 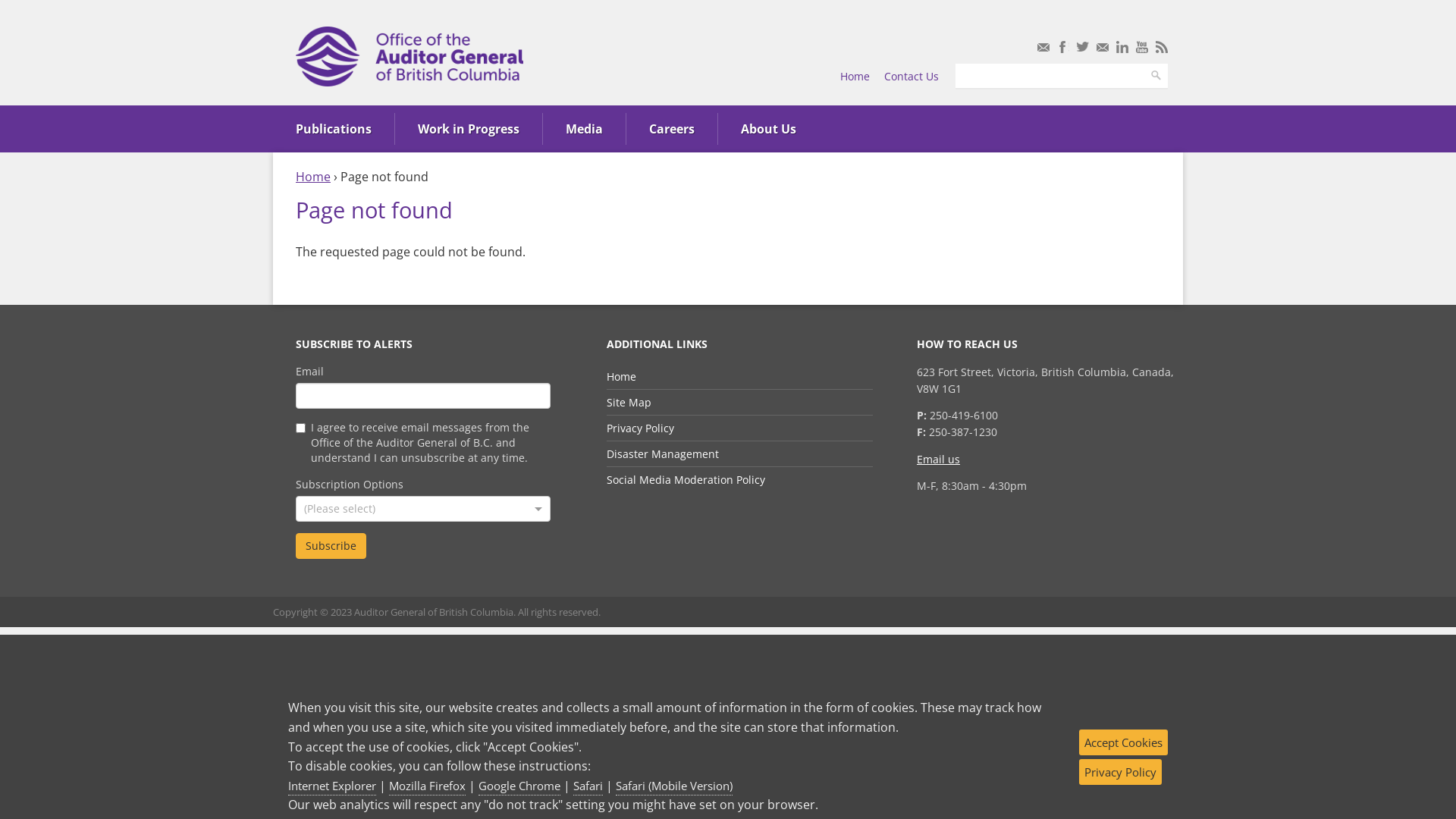 I want to click on 'Social Media Moderation Policy', so click(x=685, y=479).